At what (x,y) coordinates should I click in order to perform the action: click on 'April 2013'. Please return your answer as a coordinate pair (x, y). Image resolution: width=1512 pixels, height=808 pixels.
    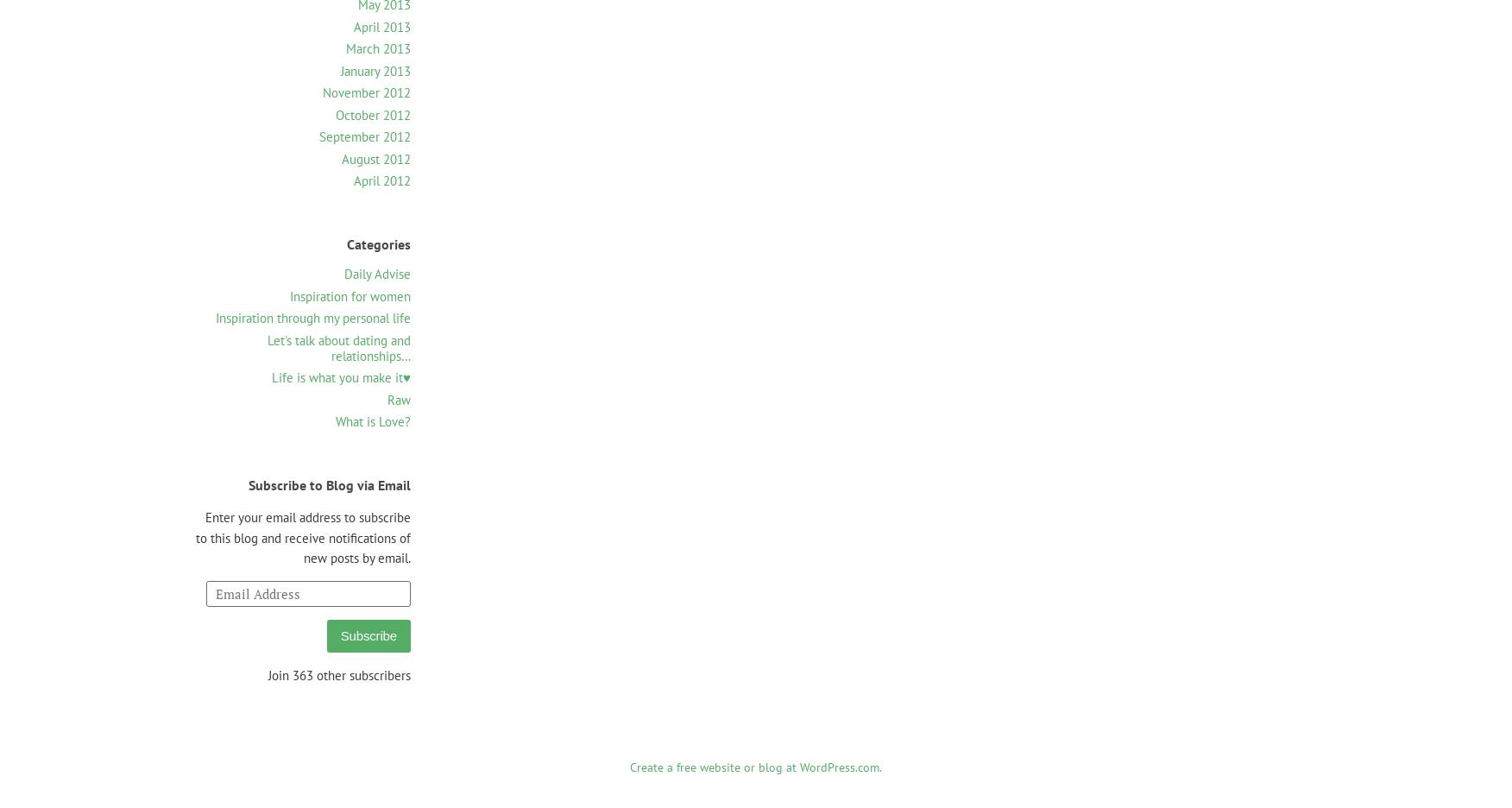
    Looking at the image, I should click on (382, 25).